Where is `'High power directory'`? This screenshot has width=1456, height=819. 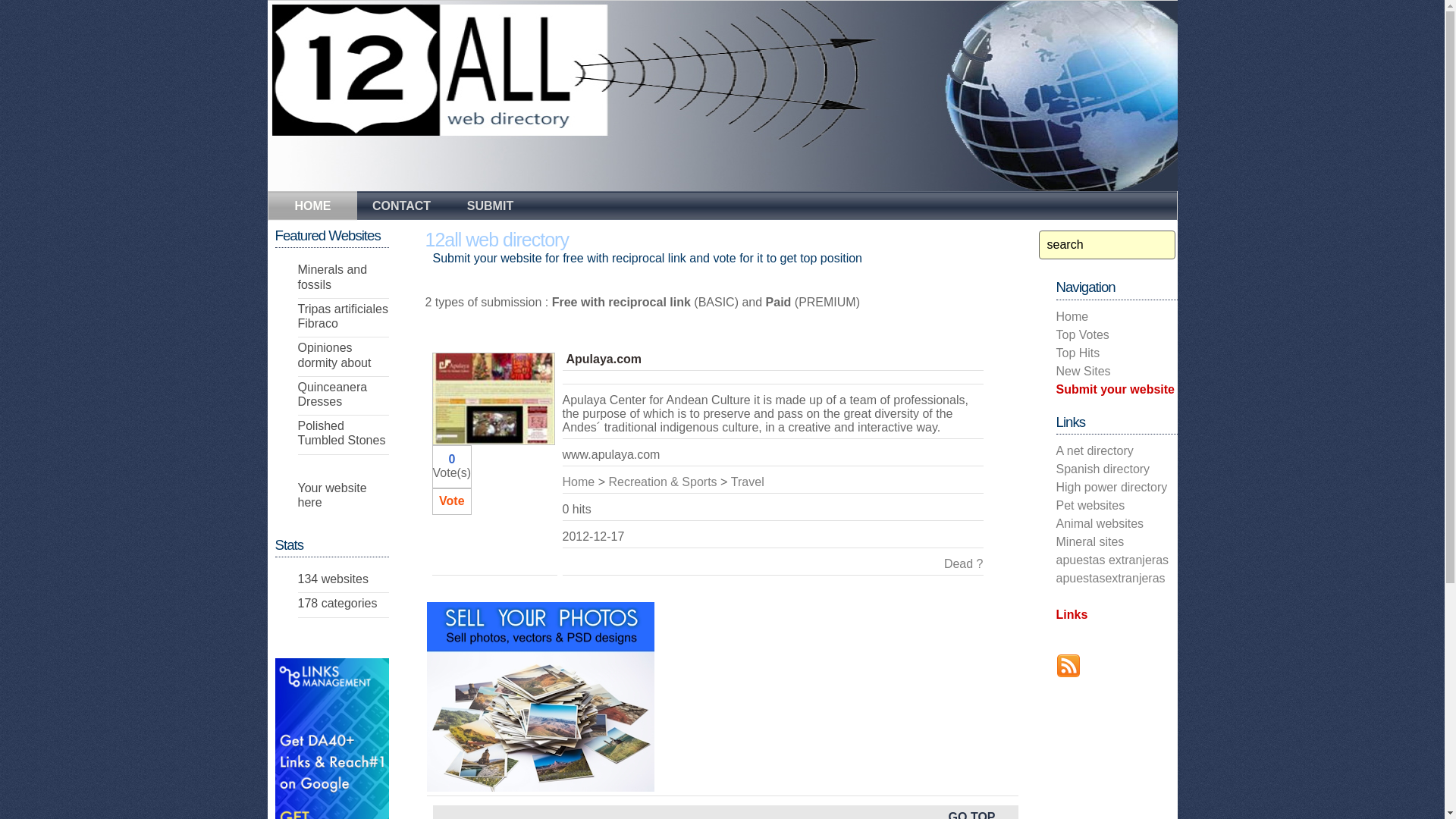
'High power directory' is located at coordinates (1111, 487).